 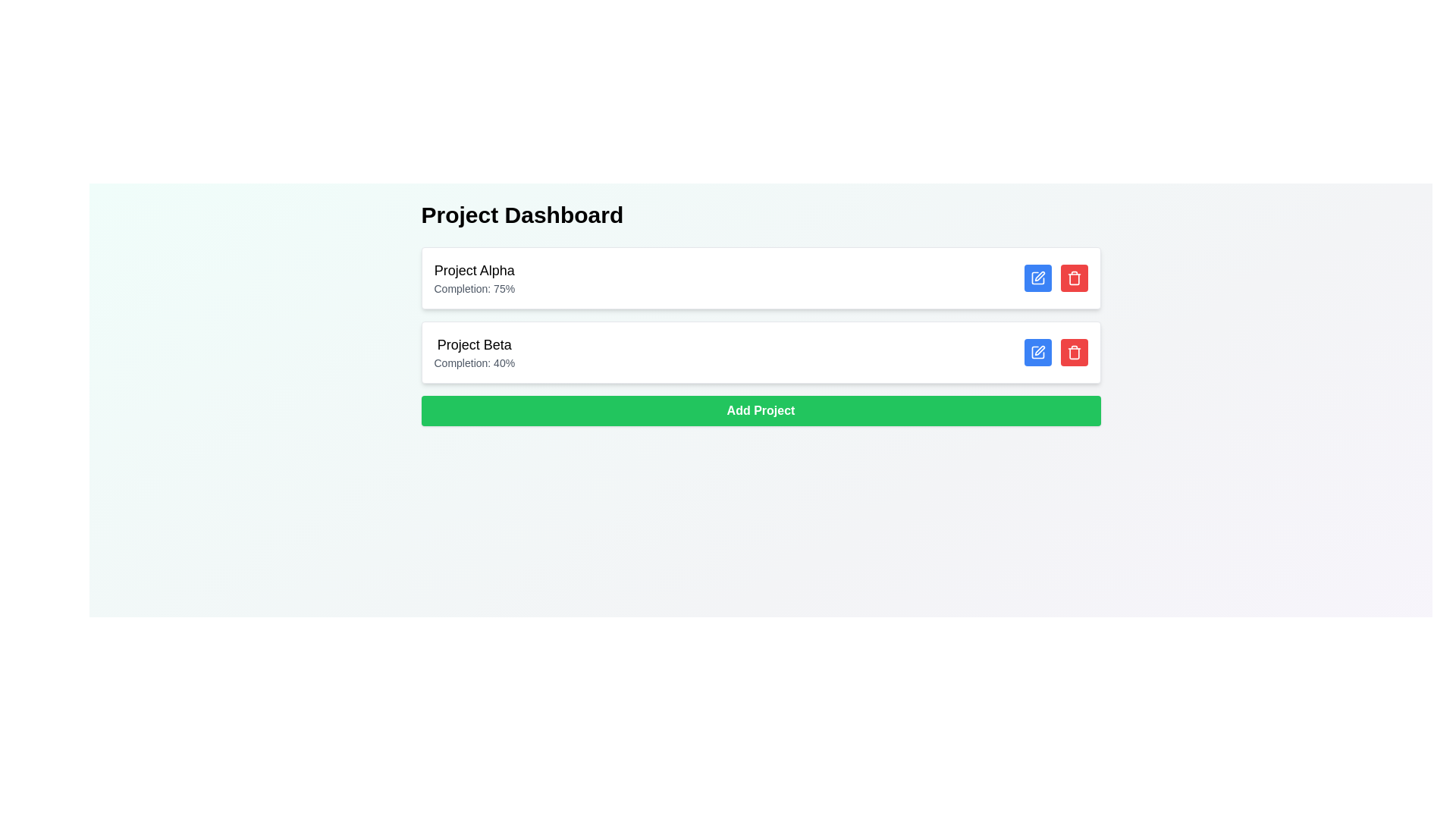 I want to click on the 'Add New Project' button located at the bottom of the project list, below the last project item ('Project Beta'), so click(x=761, y=411).